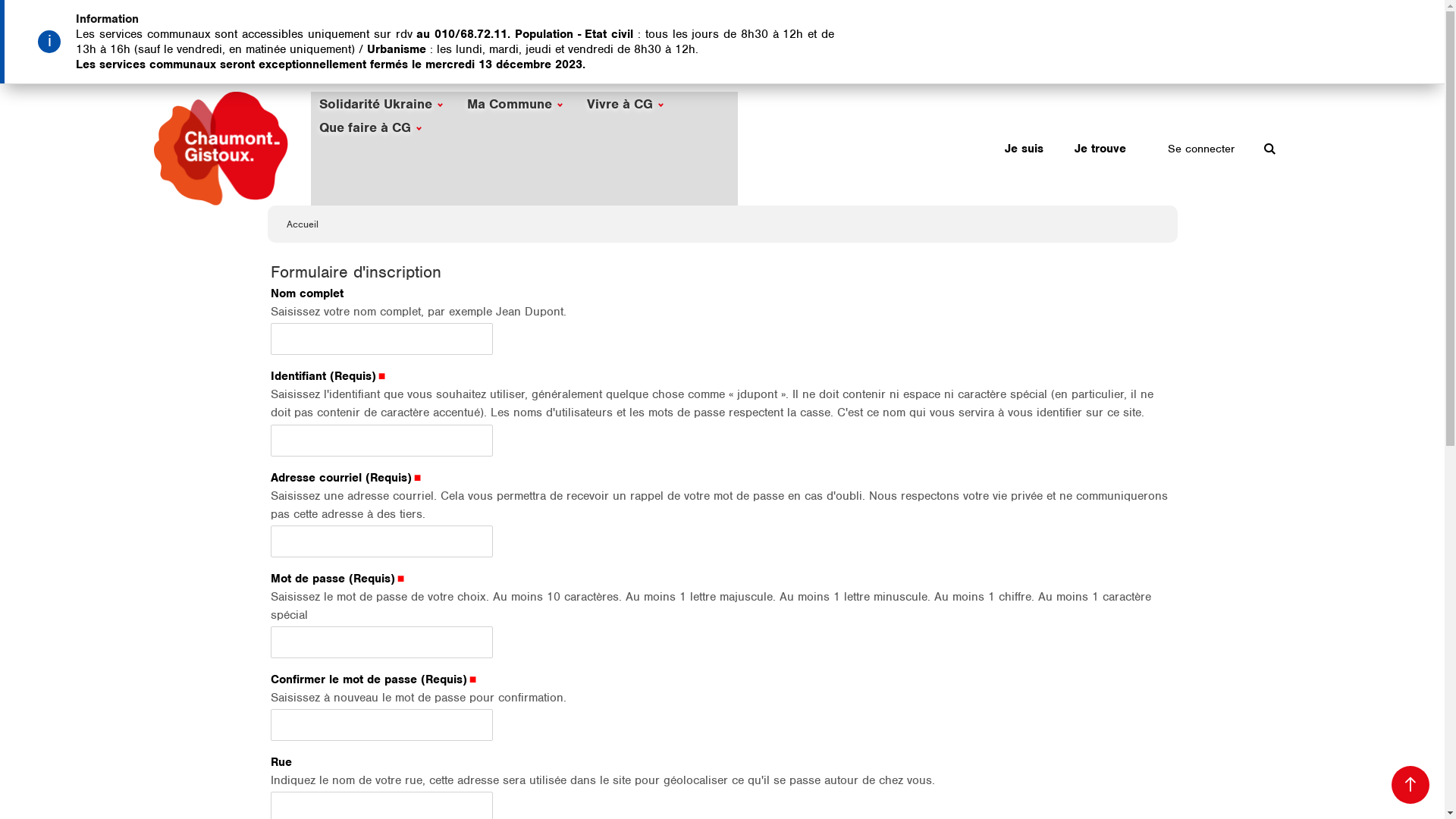 The width and height of the screenshot is (1456, 819). I want to click on 'Chercher', so click(1269, 149).